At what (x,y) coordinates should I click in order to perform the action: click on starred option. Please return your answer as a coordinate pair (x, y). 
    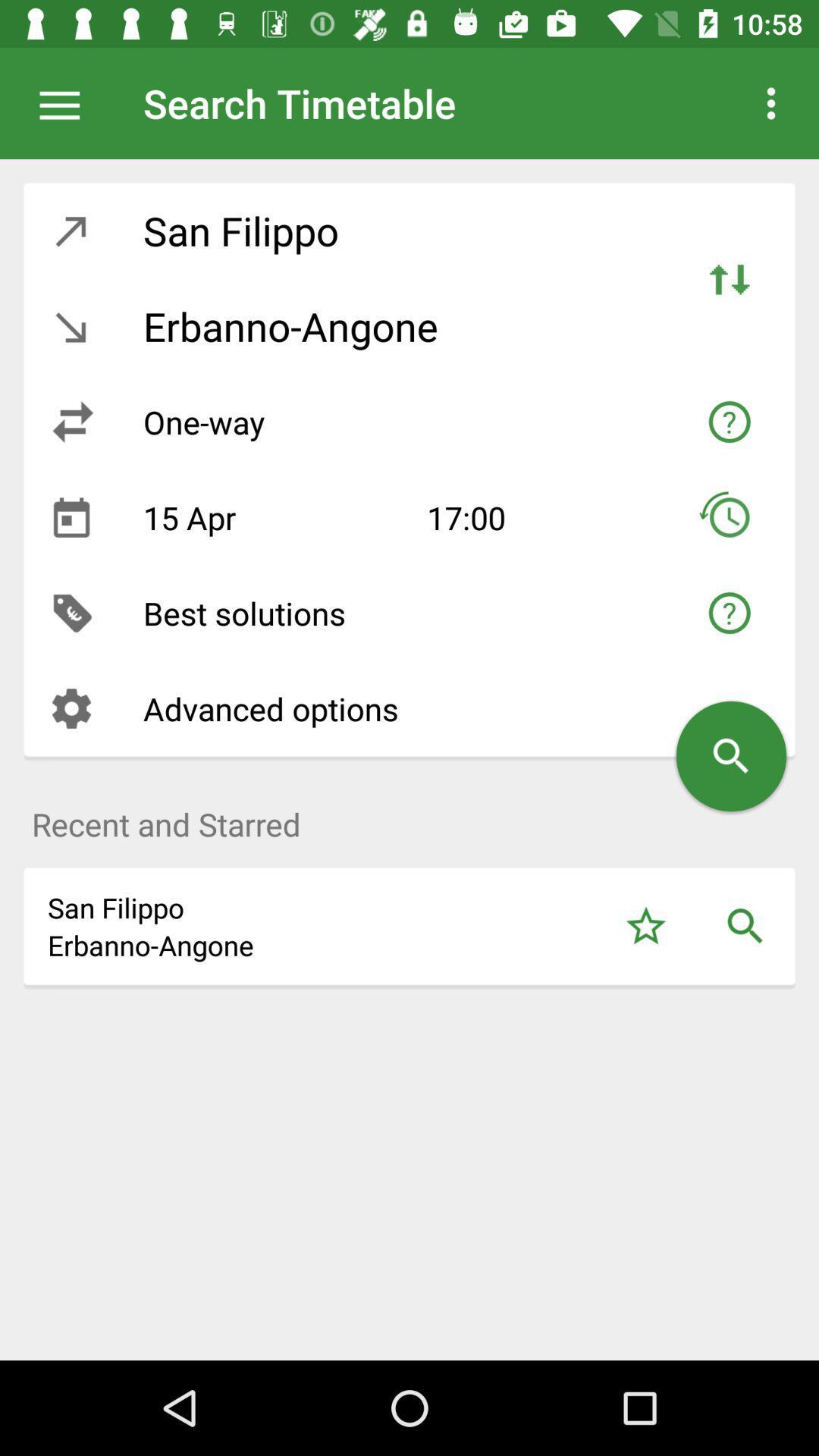
    Looking at the image, I should click on (645, 925).